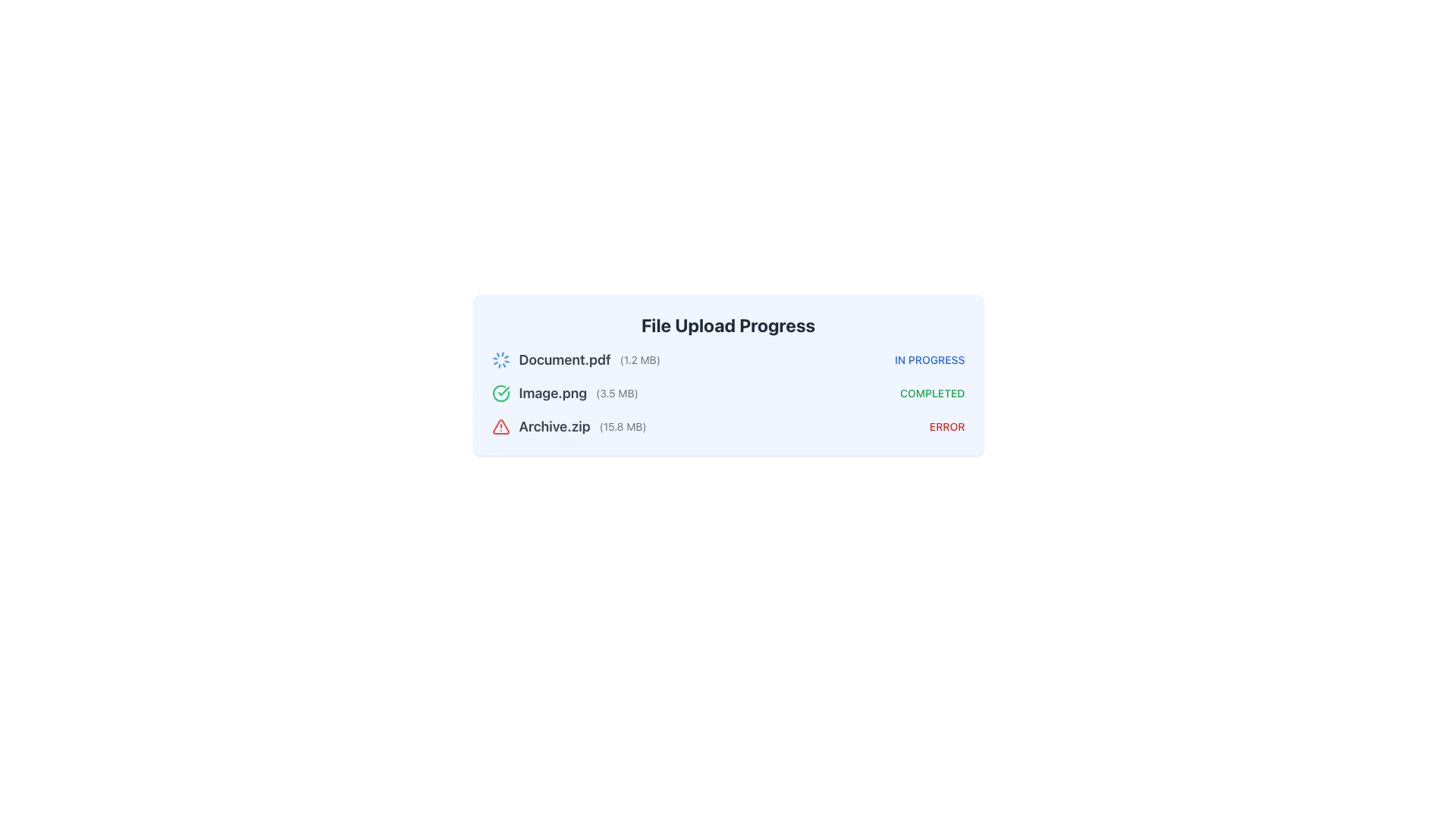 The image size is (1456, 819). I want to click on the red triangular alert icon indicating an error state located to the left of 'Archive.zip' in the 'File Upload Progress' interface, so click(500, 427).